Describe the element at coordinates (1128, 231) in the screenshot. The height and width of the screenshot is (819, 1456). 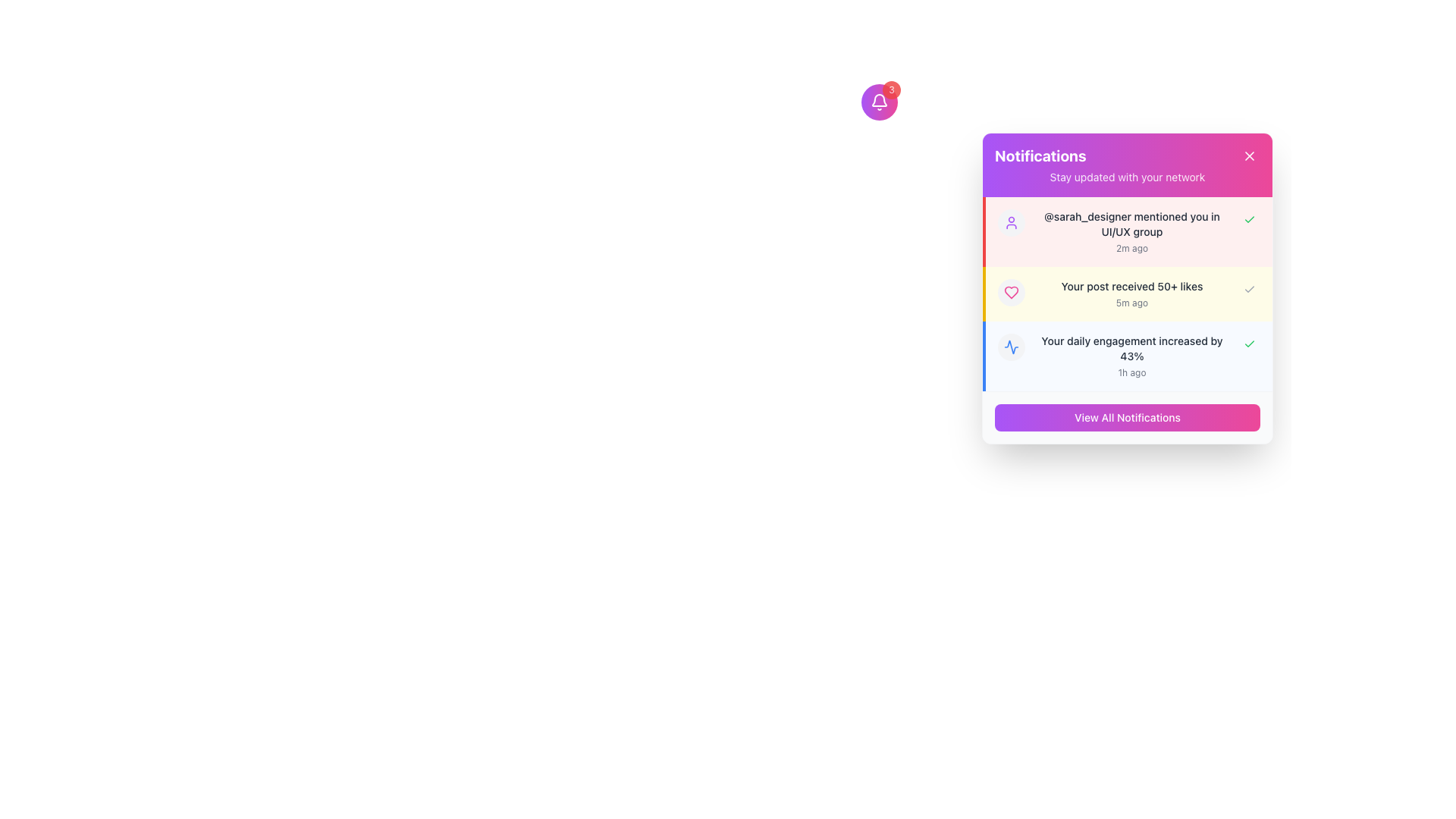
I see `the first notification item` at that location.